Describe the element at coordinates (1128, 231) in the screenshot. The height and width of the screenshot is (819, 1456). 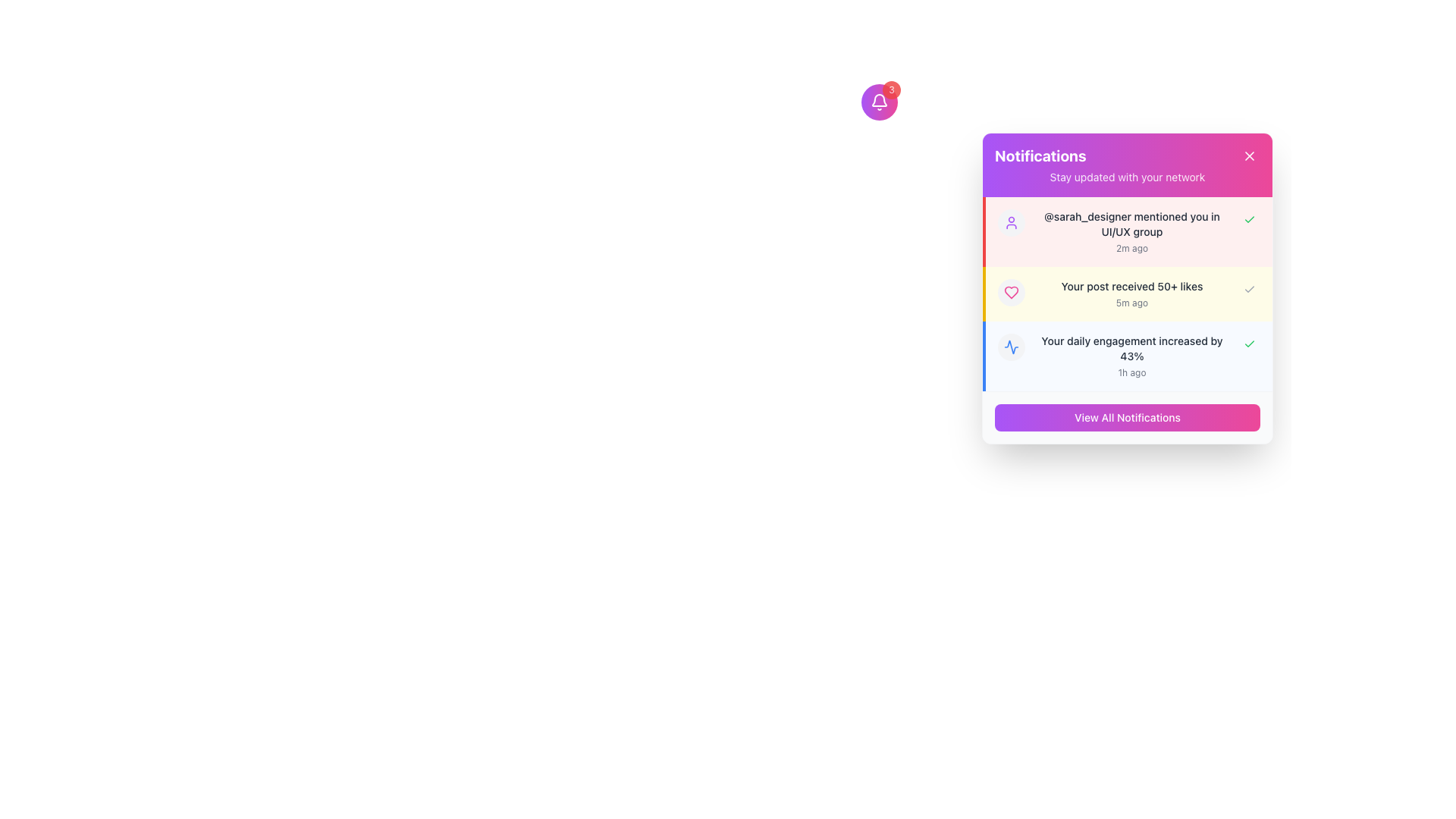
I see `the first notification item` at that location.